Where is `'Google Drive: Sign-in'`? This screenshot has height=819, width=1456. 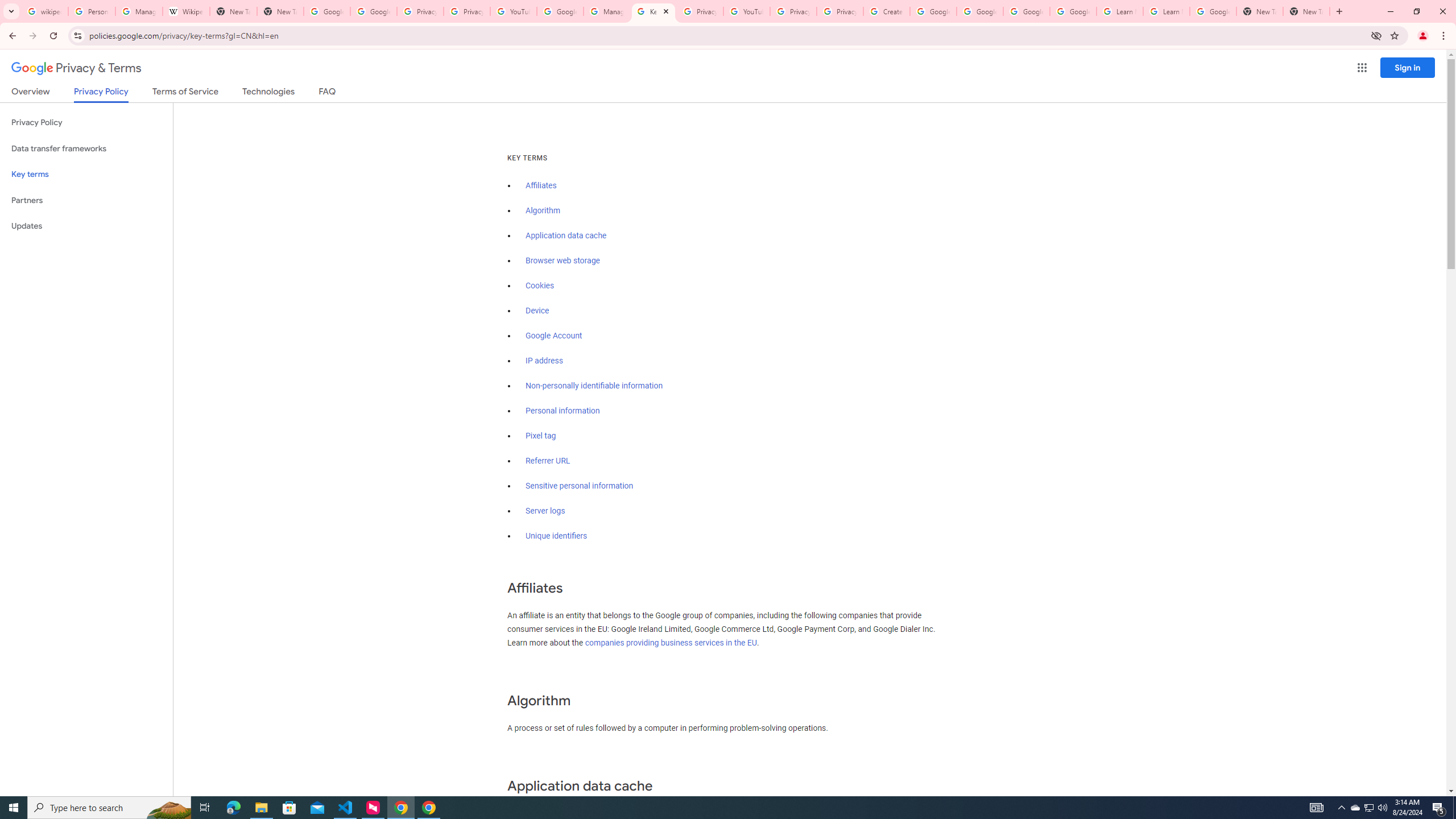
'Google Drive: Sign-in' is located at coordinates (373, 11).